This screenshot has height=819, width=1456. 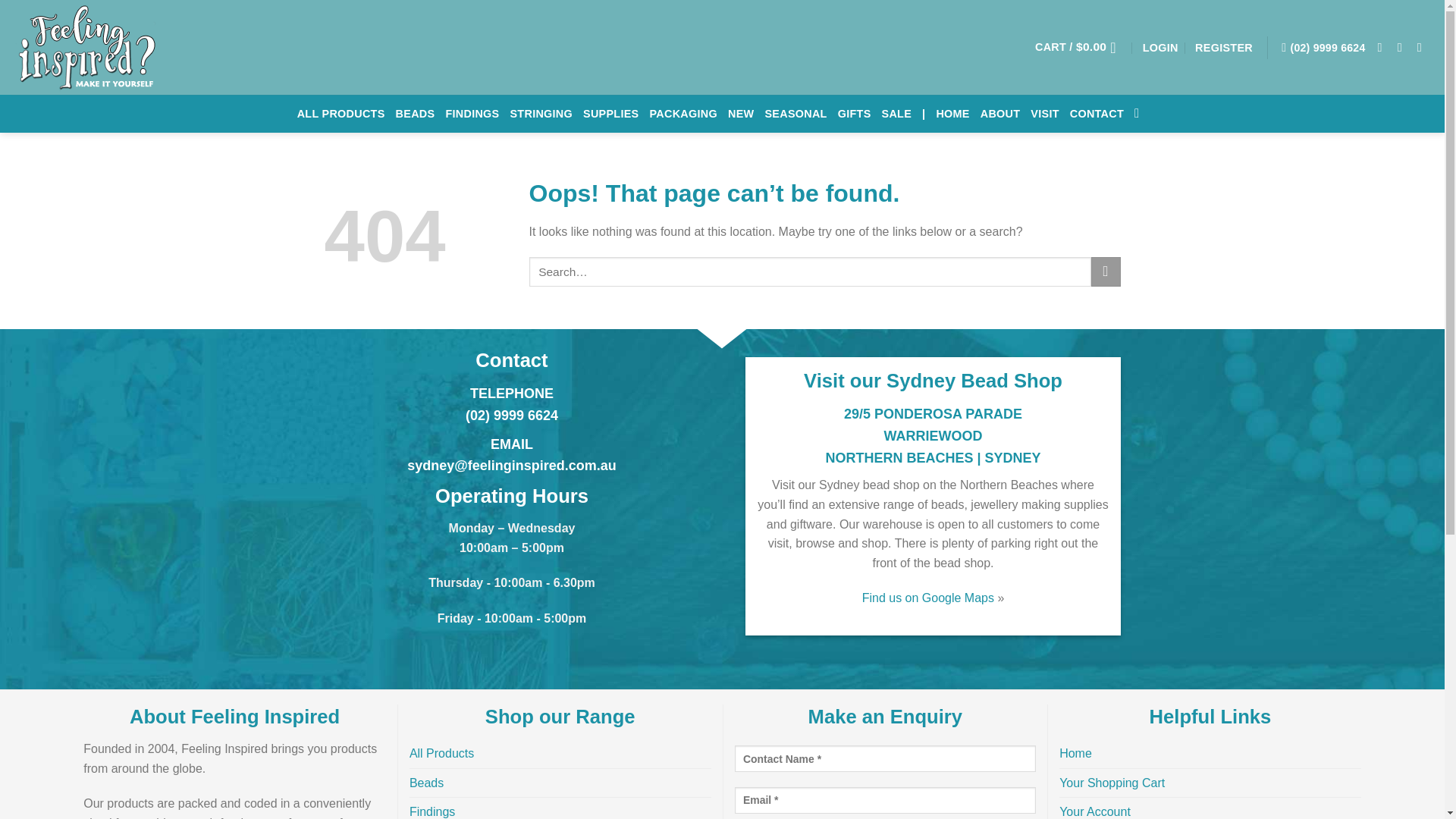 I want to click on 'Follow on Instagram', so click(x=1403, y=45).